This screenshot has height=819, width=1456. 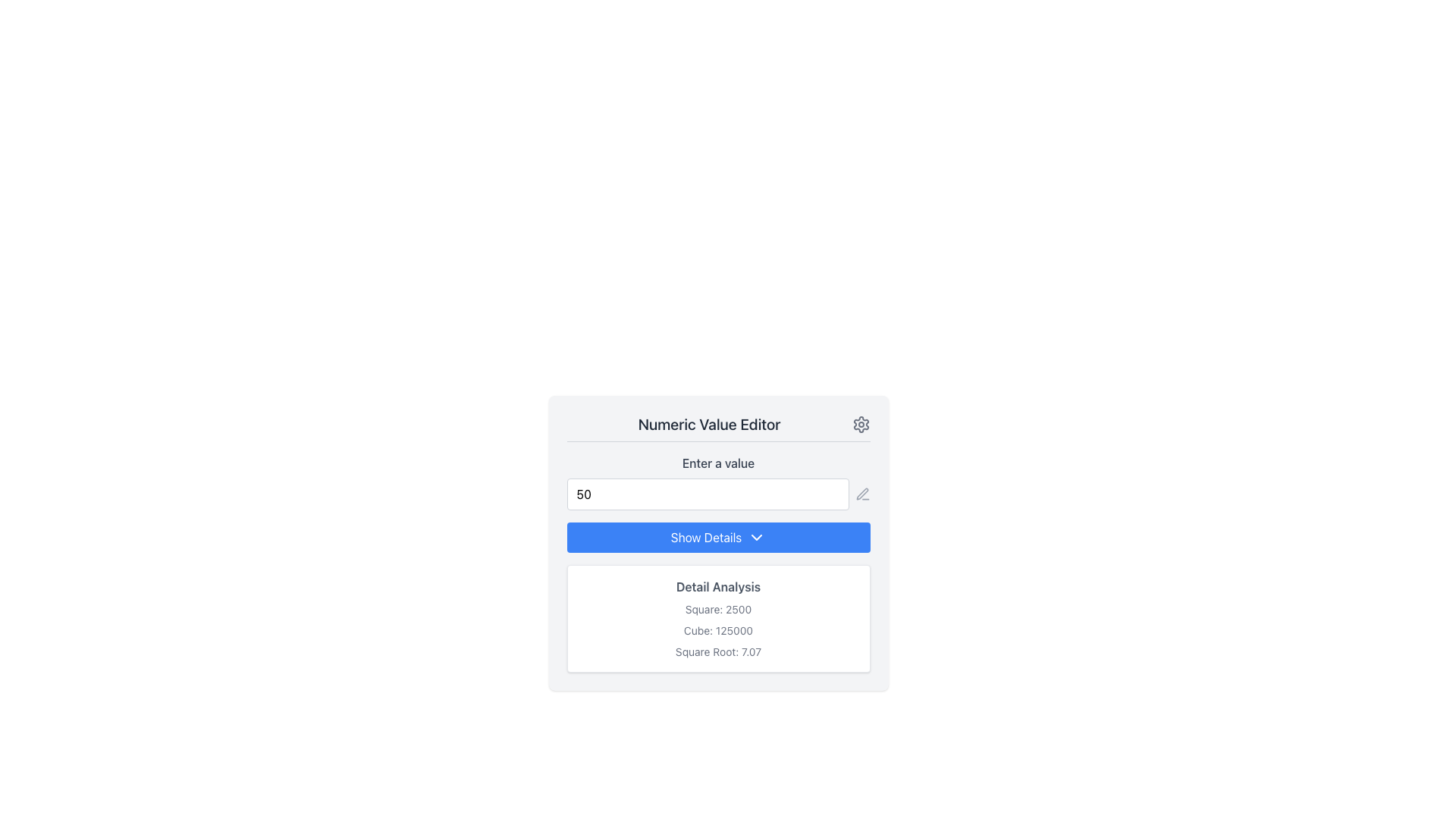 I want to click on the Text Label that serves as a descriptive title for the editing numeric values section, located at the top of the section with an input field below it, so click(x=708, y=424).